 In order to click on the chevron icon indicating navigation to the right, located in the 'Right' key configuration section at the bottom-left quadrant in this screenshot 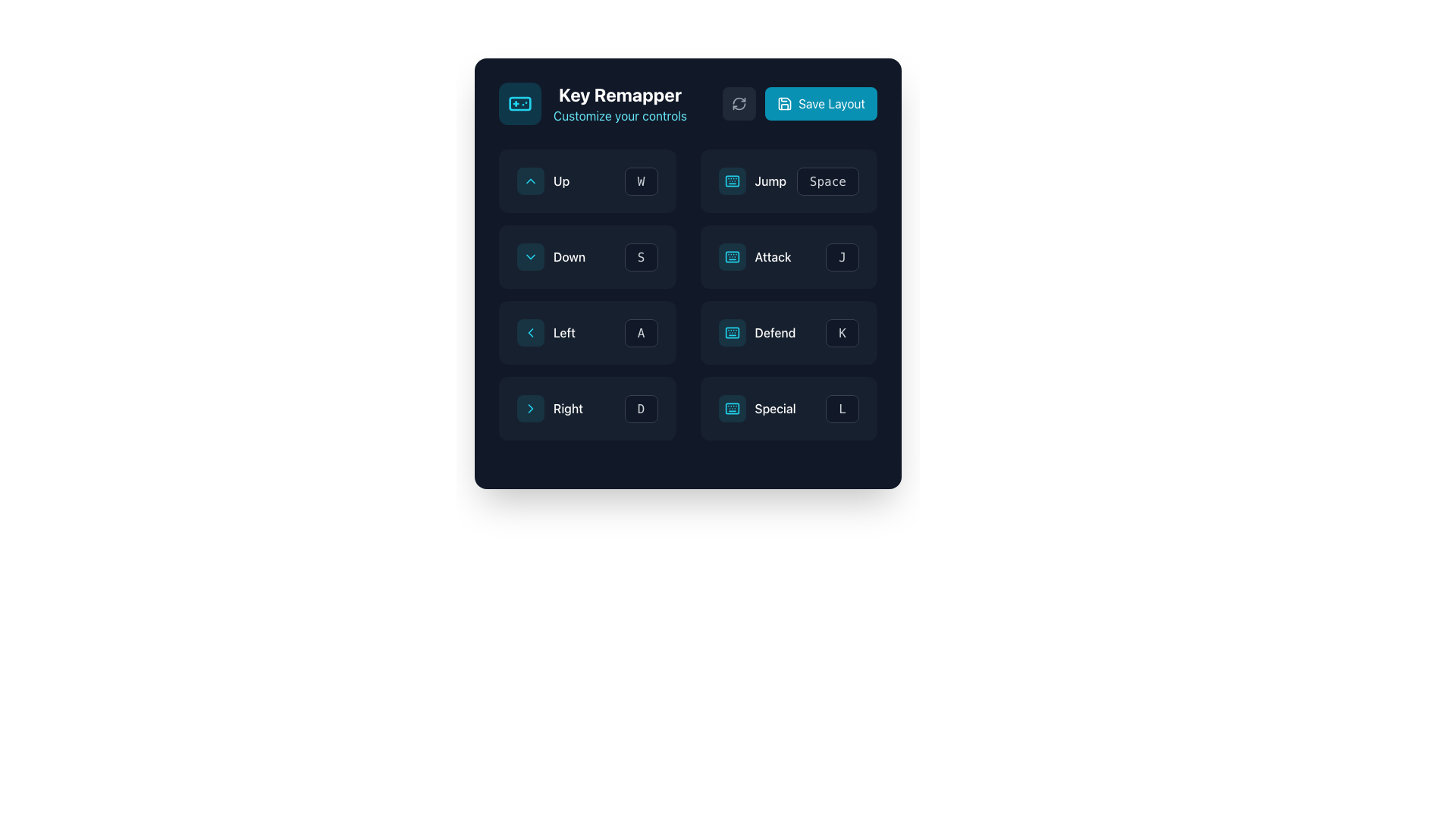, I will do `click(531, 408)`.